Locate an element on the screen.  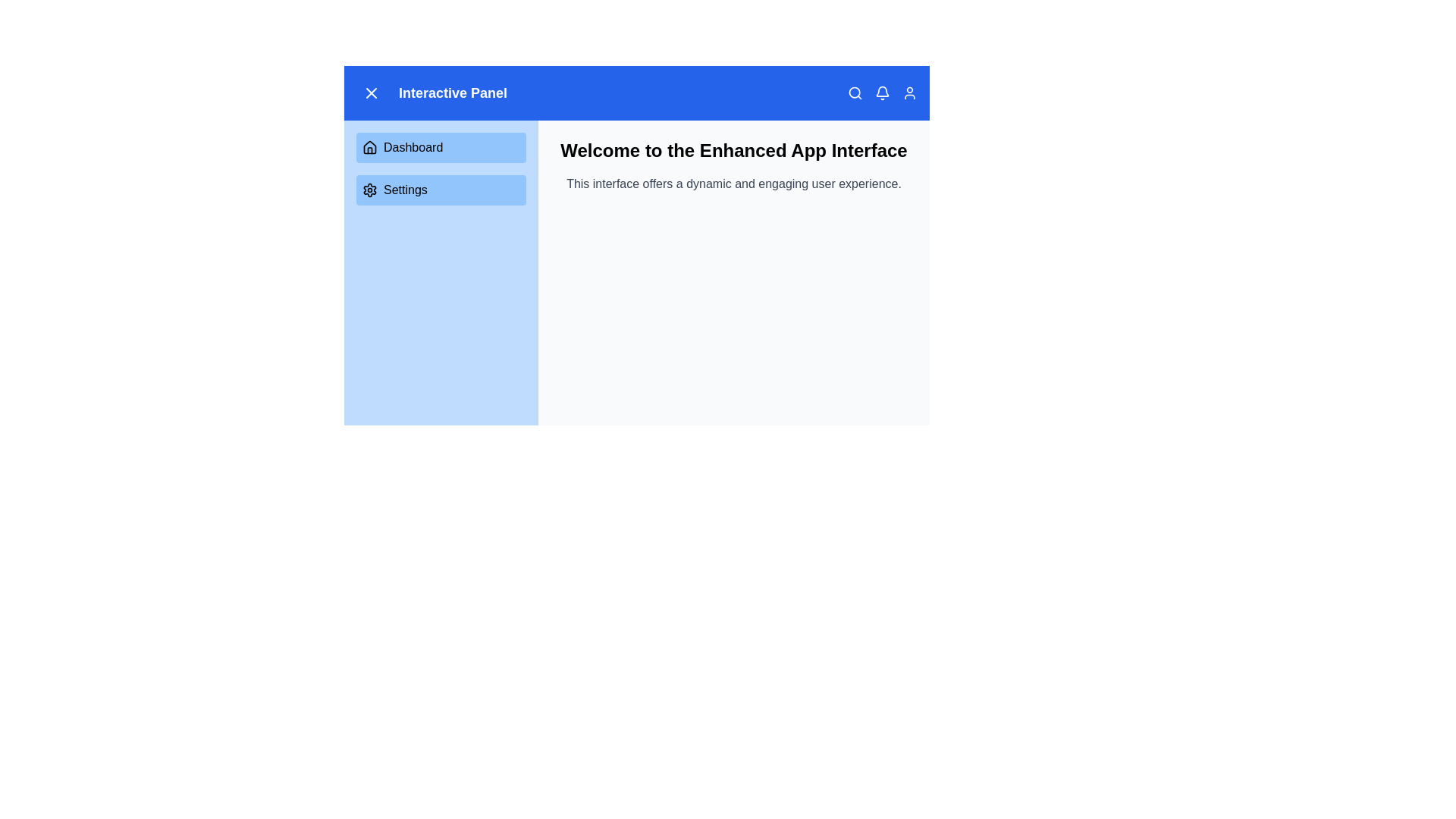
the user account icon located in the top-right corner of the blue navigation bar, following the bell icon is located at coordinates (910, 93).